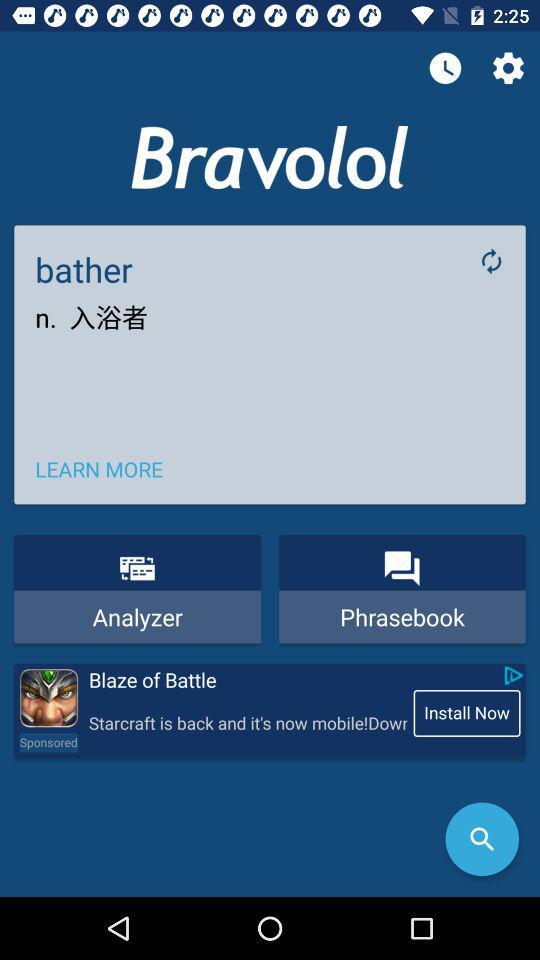  I want to click on icon to the left of the install now icon, so click(247, 722).